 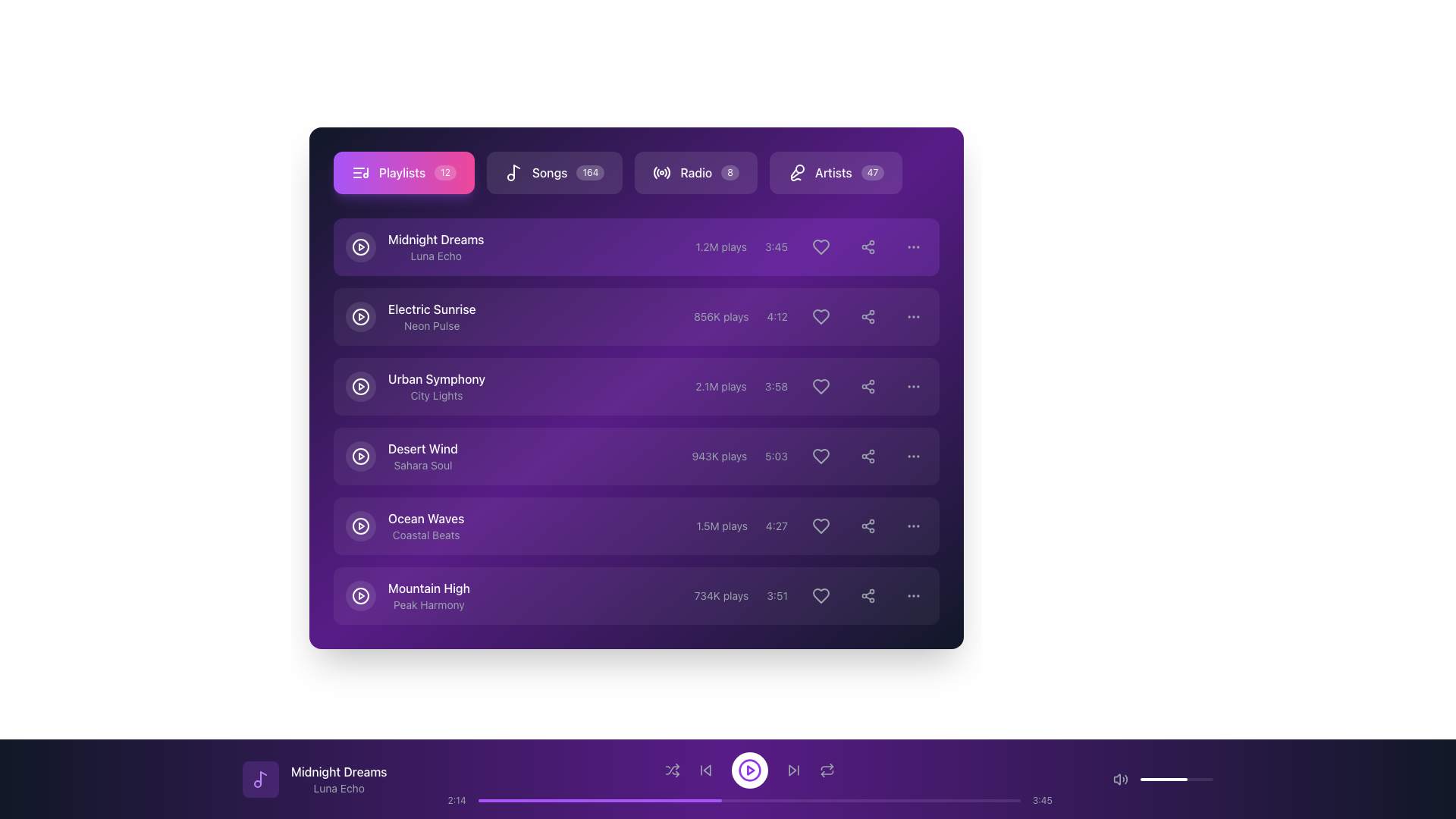 I want to click on the text label element displaying '943K plays', which is located before the song duration '5:03' in the metadata section of the song entry 'Desert Wind', so click(x=718, y=455).